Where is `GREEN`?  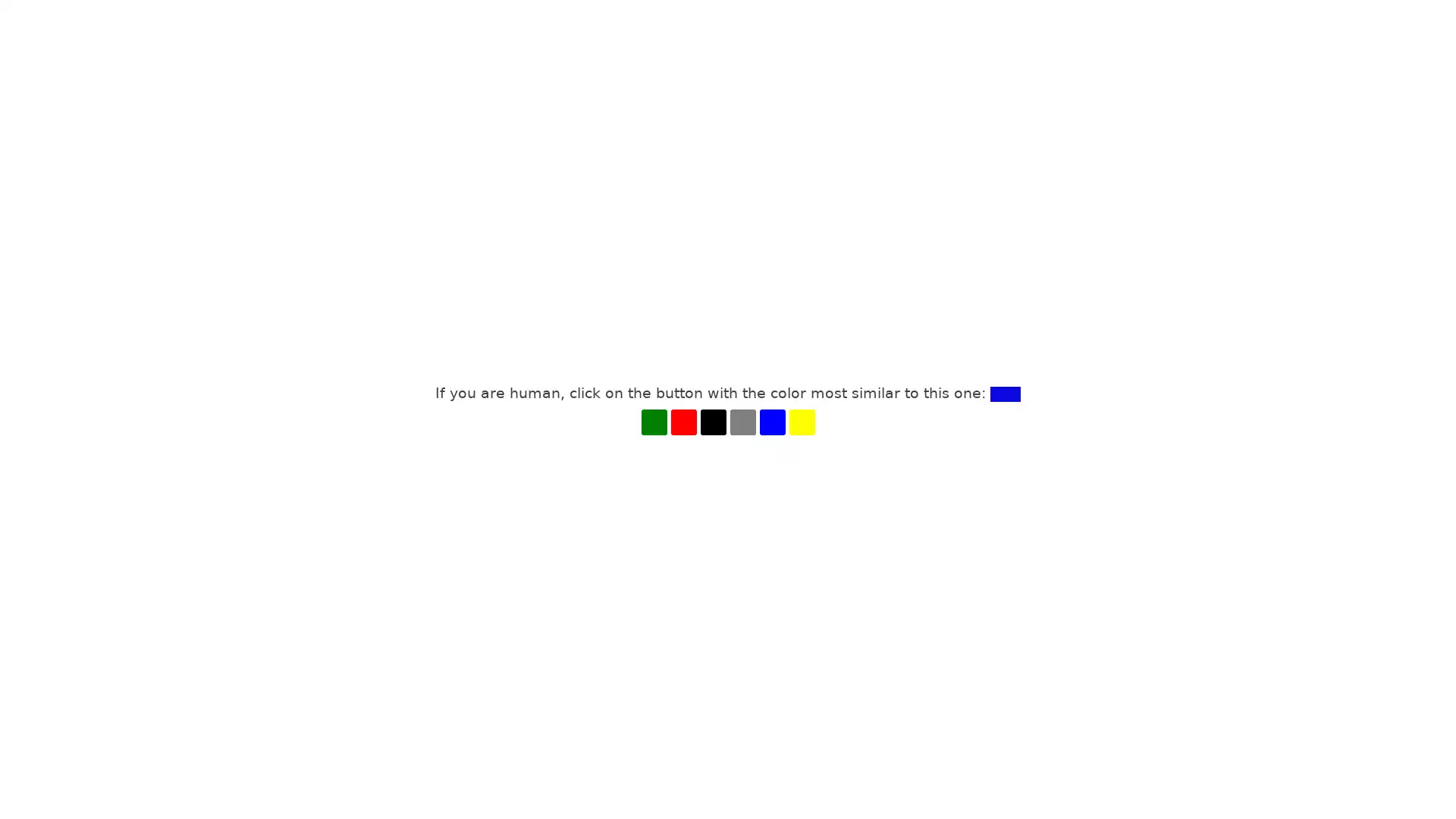 GREEN is located at coordinates (654, 421).